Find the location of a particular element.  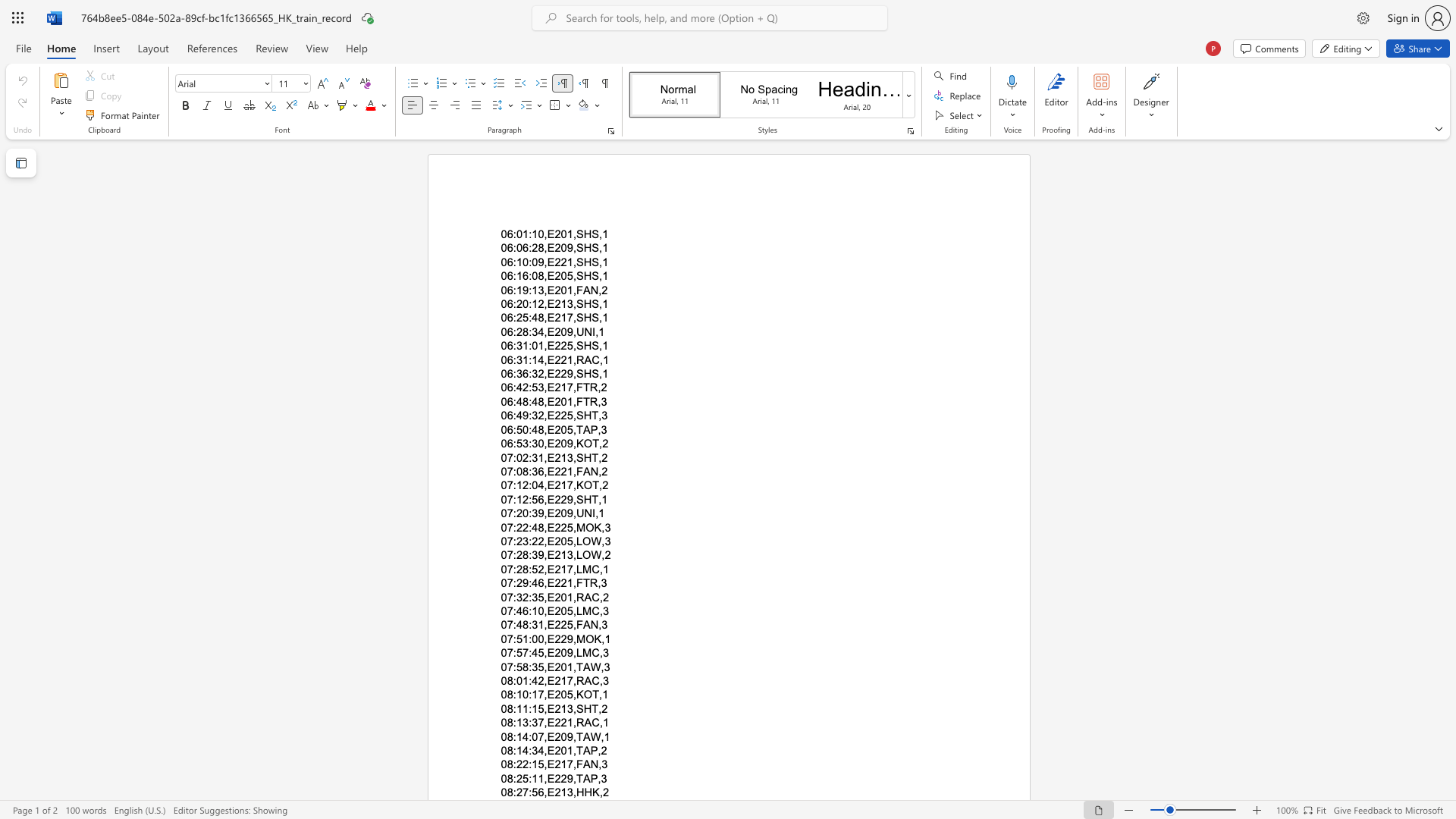

the subset text "1,E2" within the text "06:31:01,E225,SHS,1" is located at coordinates (538, 346).